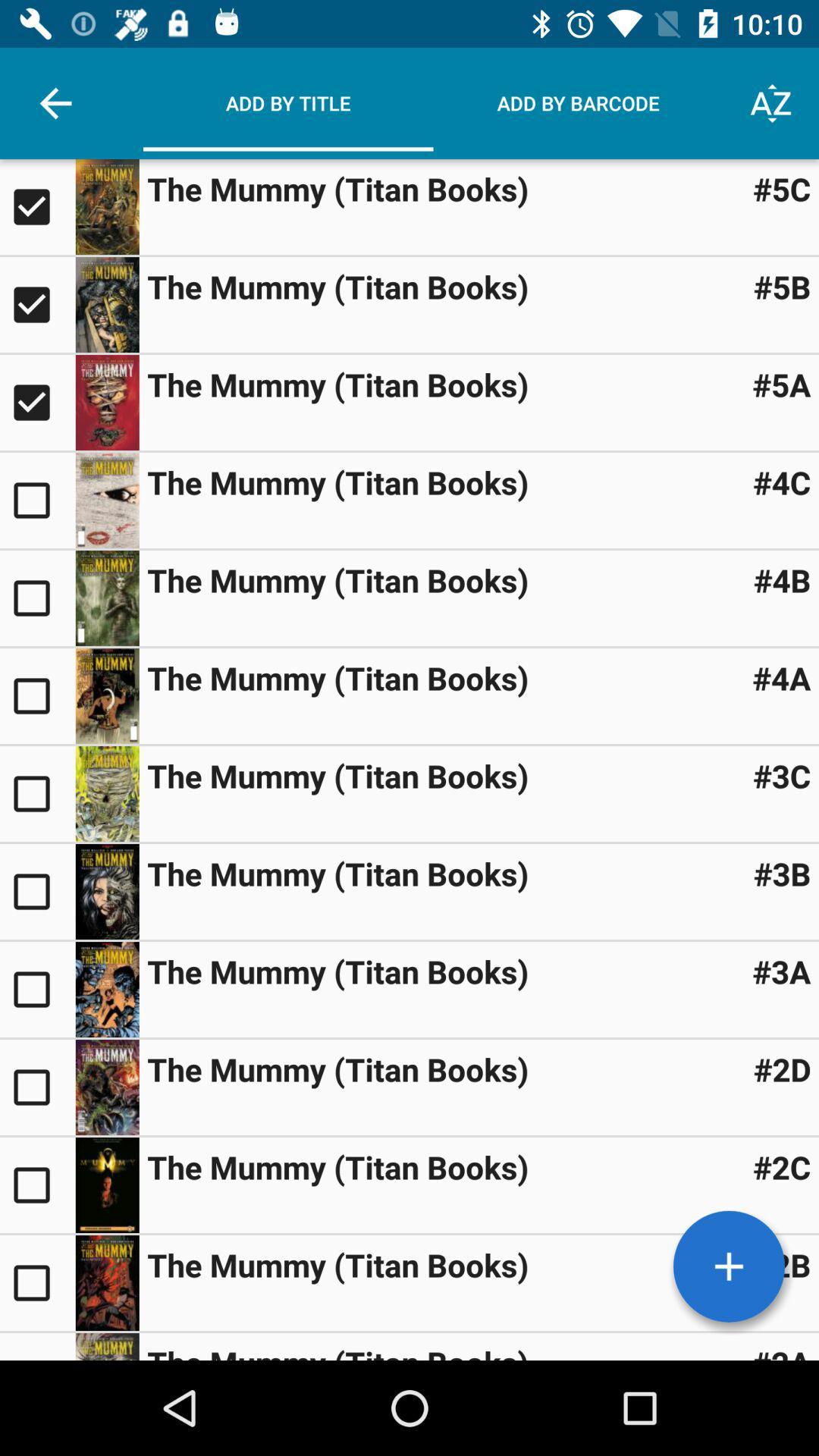 The width and height of the screenshot is (819, 1456). Describe the element at coordinates (36, 597) in the screenshot. I see `this product` at that location.